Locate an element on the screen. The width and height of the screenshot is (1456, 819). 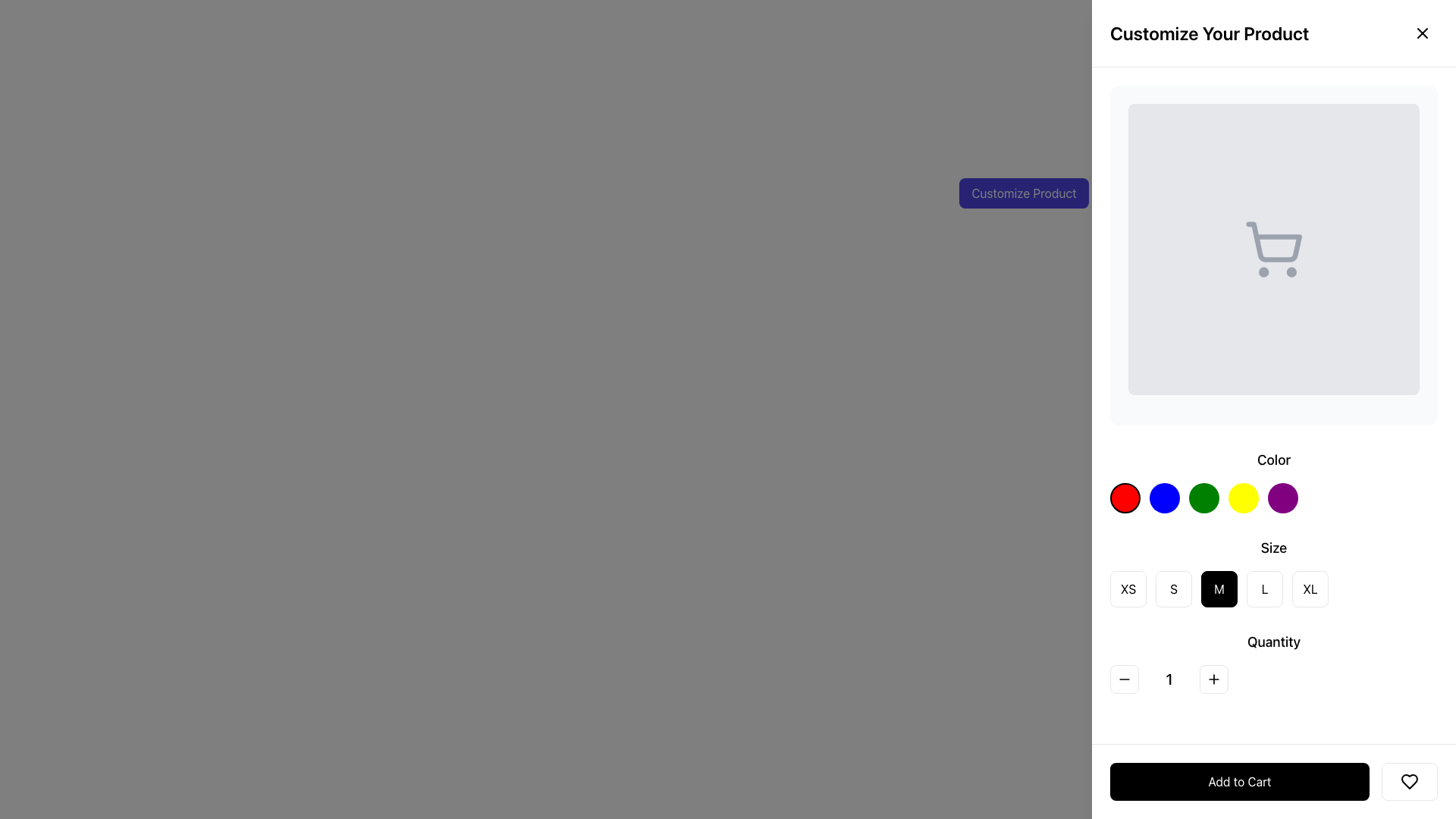
the heart-shaped icon button located at the bottom-right corner of the panel to mark it as favorite is located at coordinates (1408, 781).